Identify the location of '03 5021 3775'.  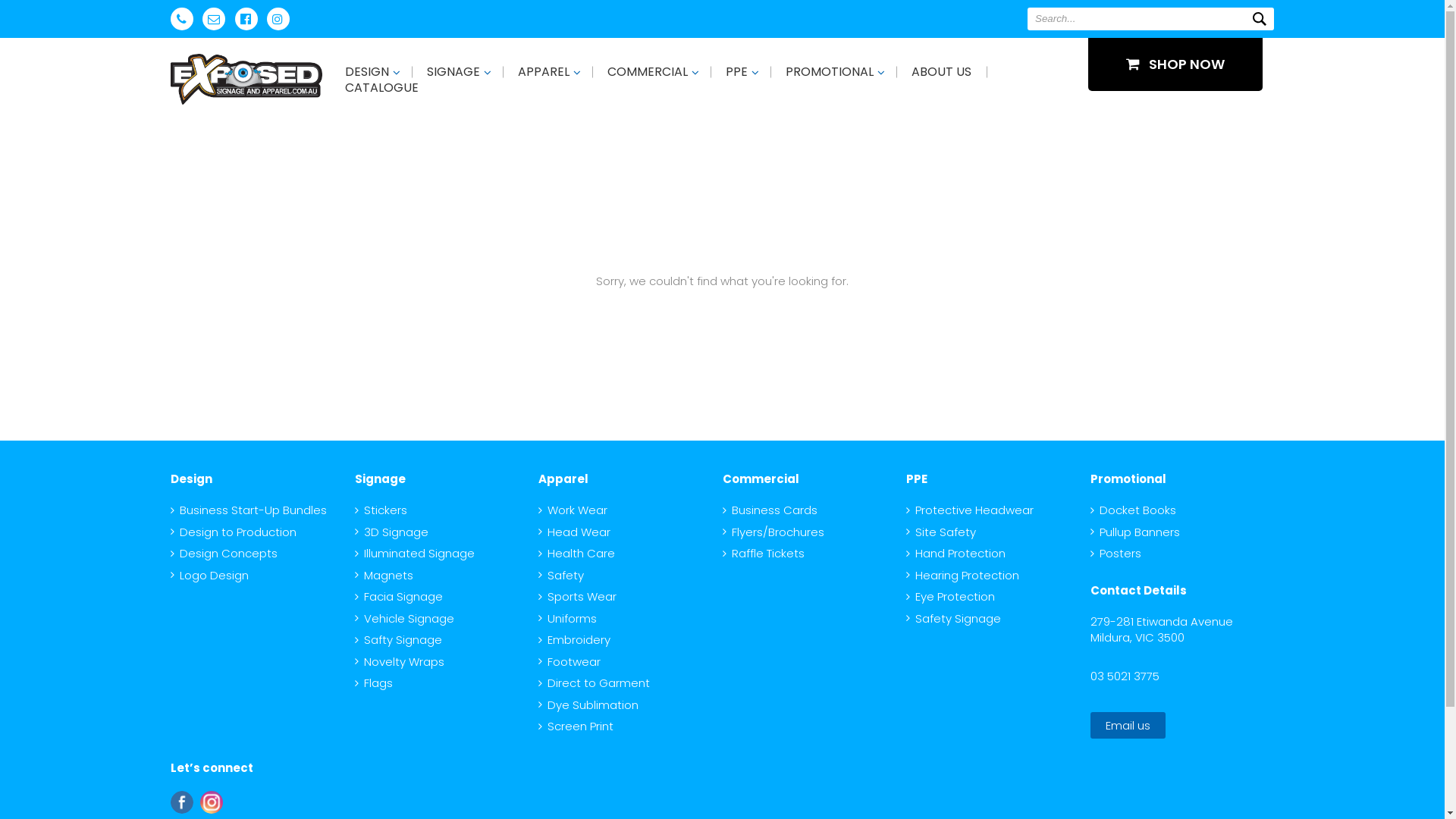
(1125, 674).